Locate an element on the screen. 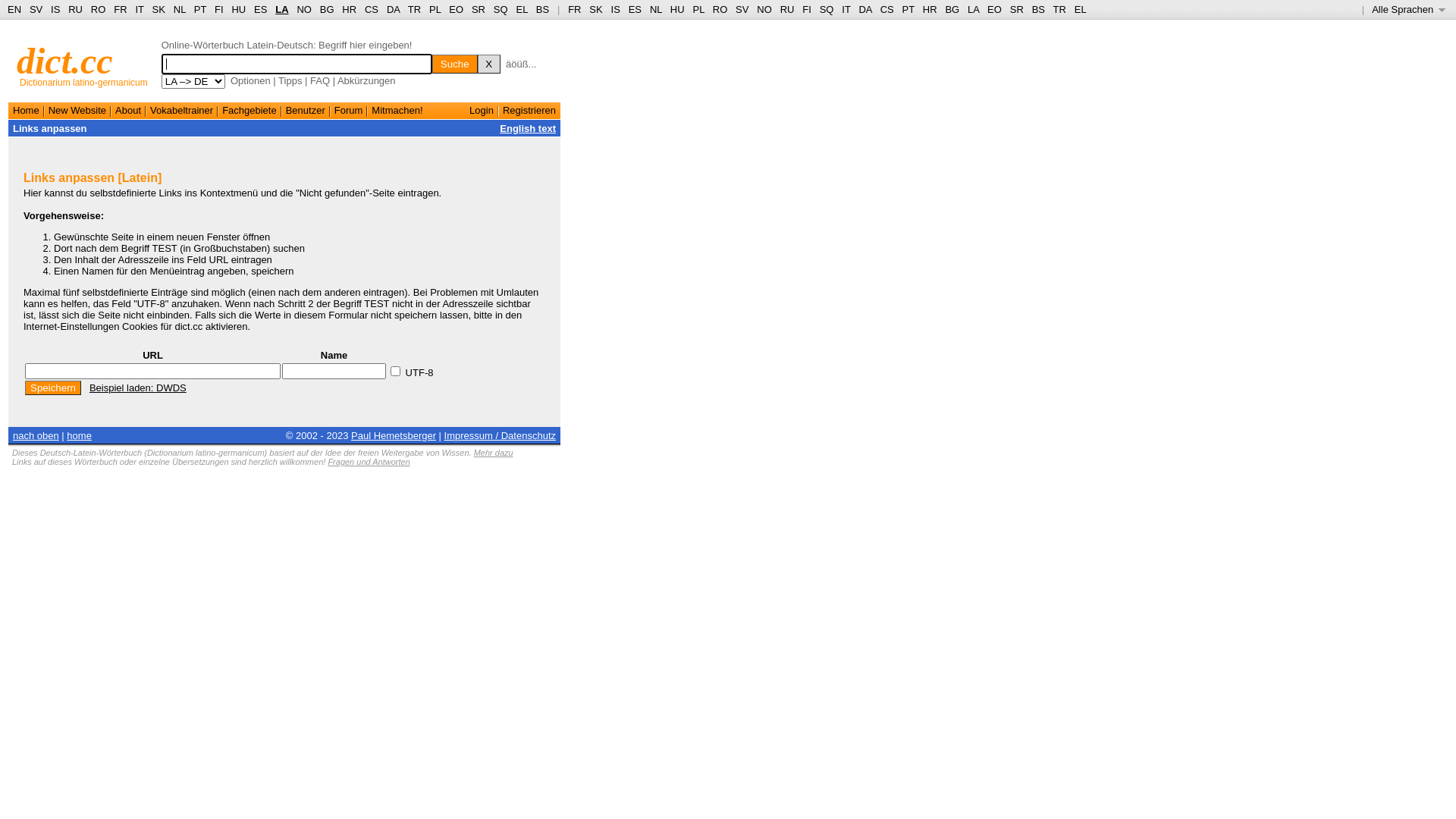 The height and width of the screenshot is (819, 1456). 'PL' is located at coordinates (697, 9).